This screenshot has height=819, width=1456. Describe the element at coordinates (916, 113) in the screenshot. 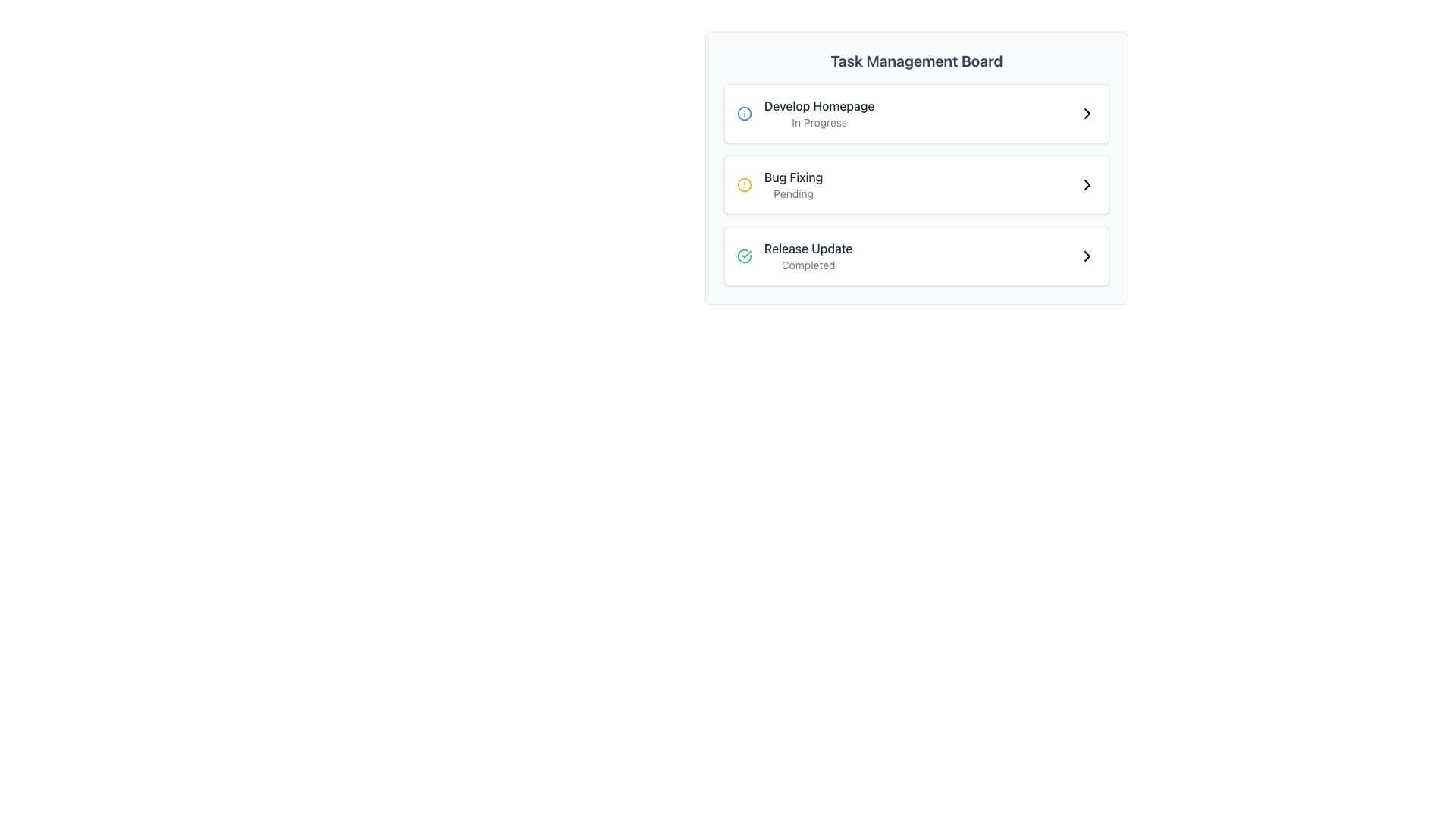

I see `on the 'Develop Homepage' task item in the Task Management Board` at that location.